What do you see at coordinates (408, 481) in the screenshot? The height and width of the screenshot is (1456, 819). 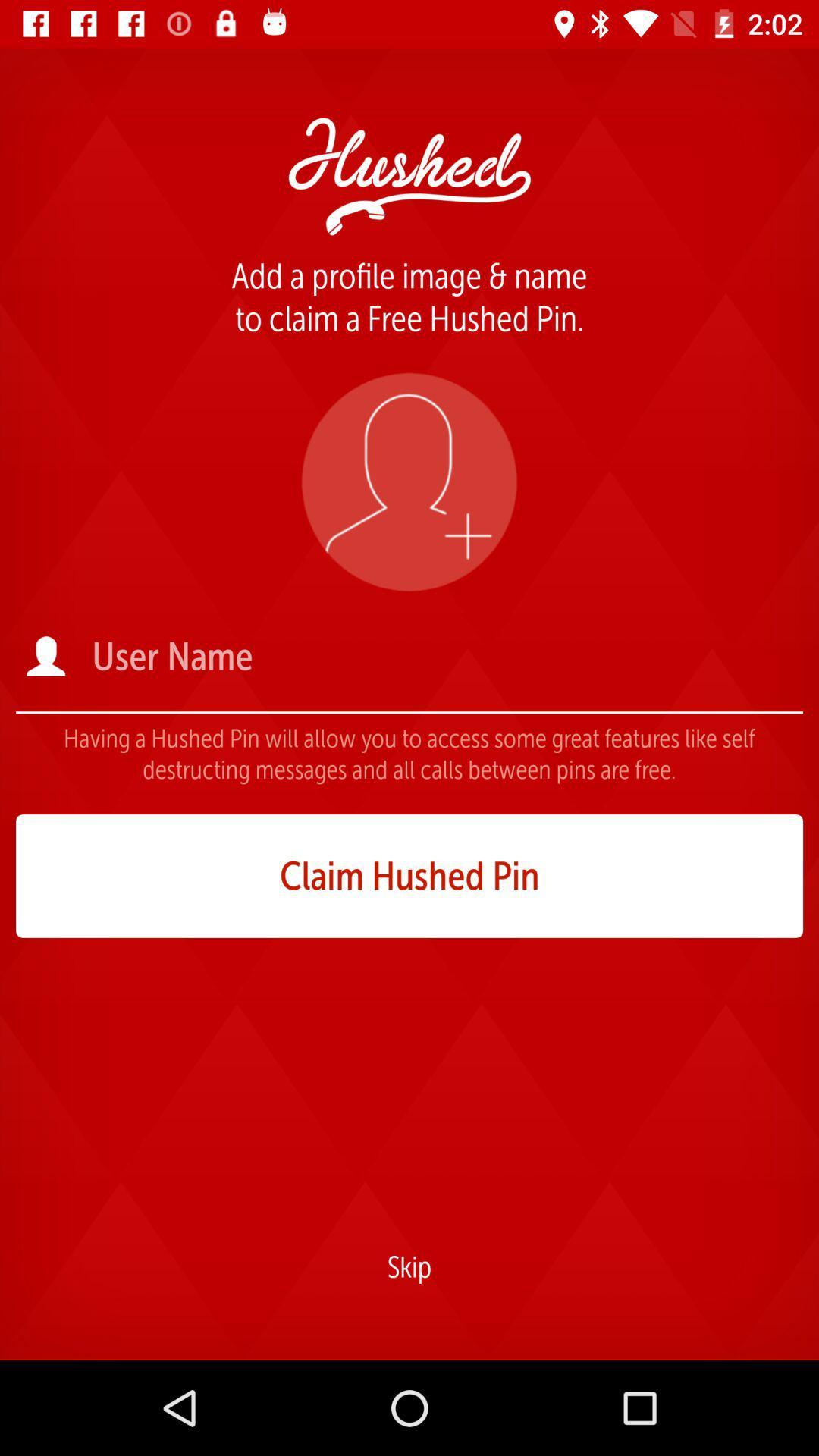 I see `profile picture` at bounding box center [408, 481].